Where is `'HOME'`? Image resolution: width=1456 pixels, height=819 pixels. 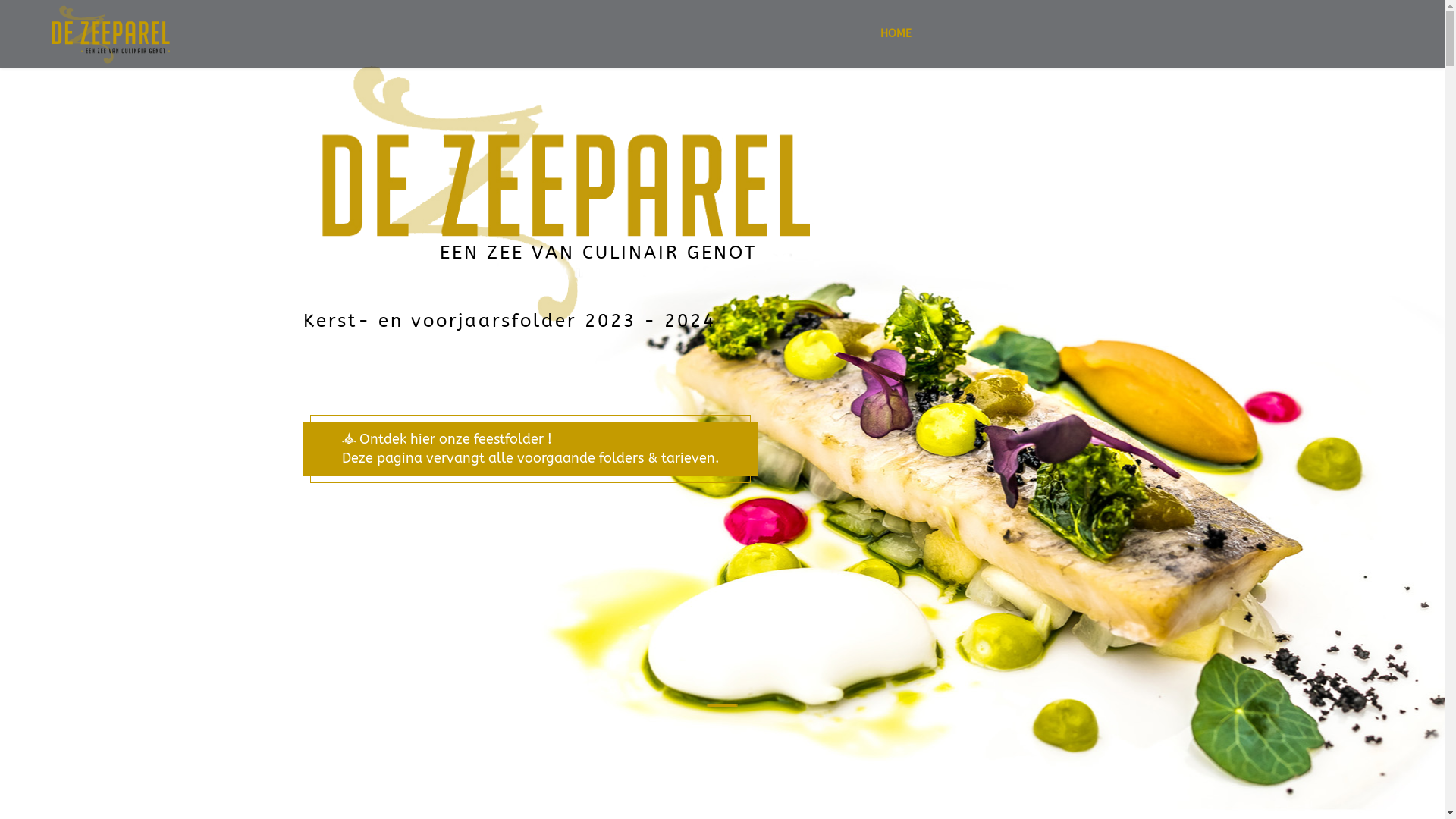 'HOME' is located at coordinates (896, 34).